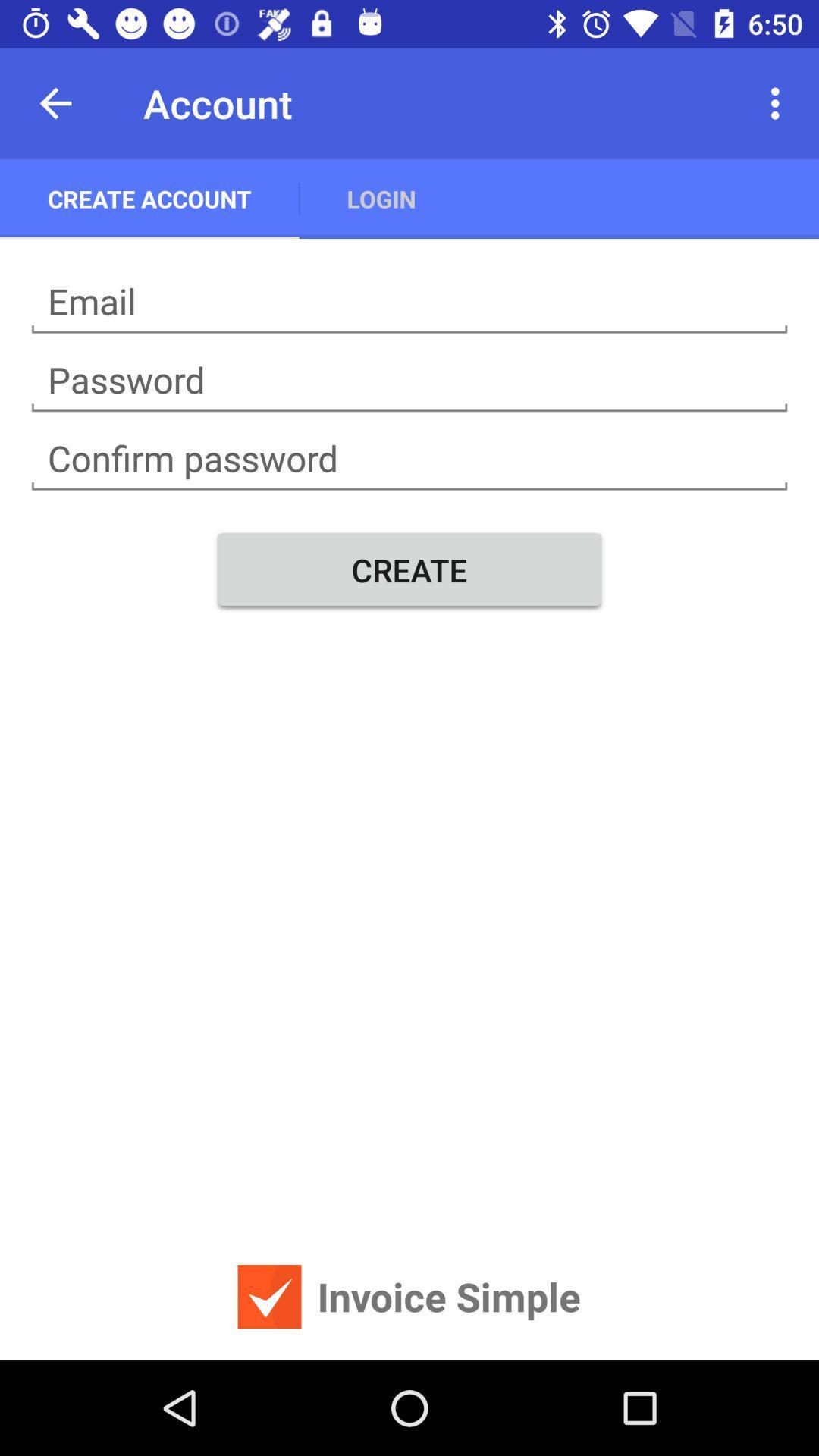 This screenshot has height=1456, width=819. Describe the element at coordinates (381, 198) in the screenshot. I see `icon below the account item` at that location.